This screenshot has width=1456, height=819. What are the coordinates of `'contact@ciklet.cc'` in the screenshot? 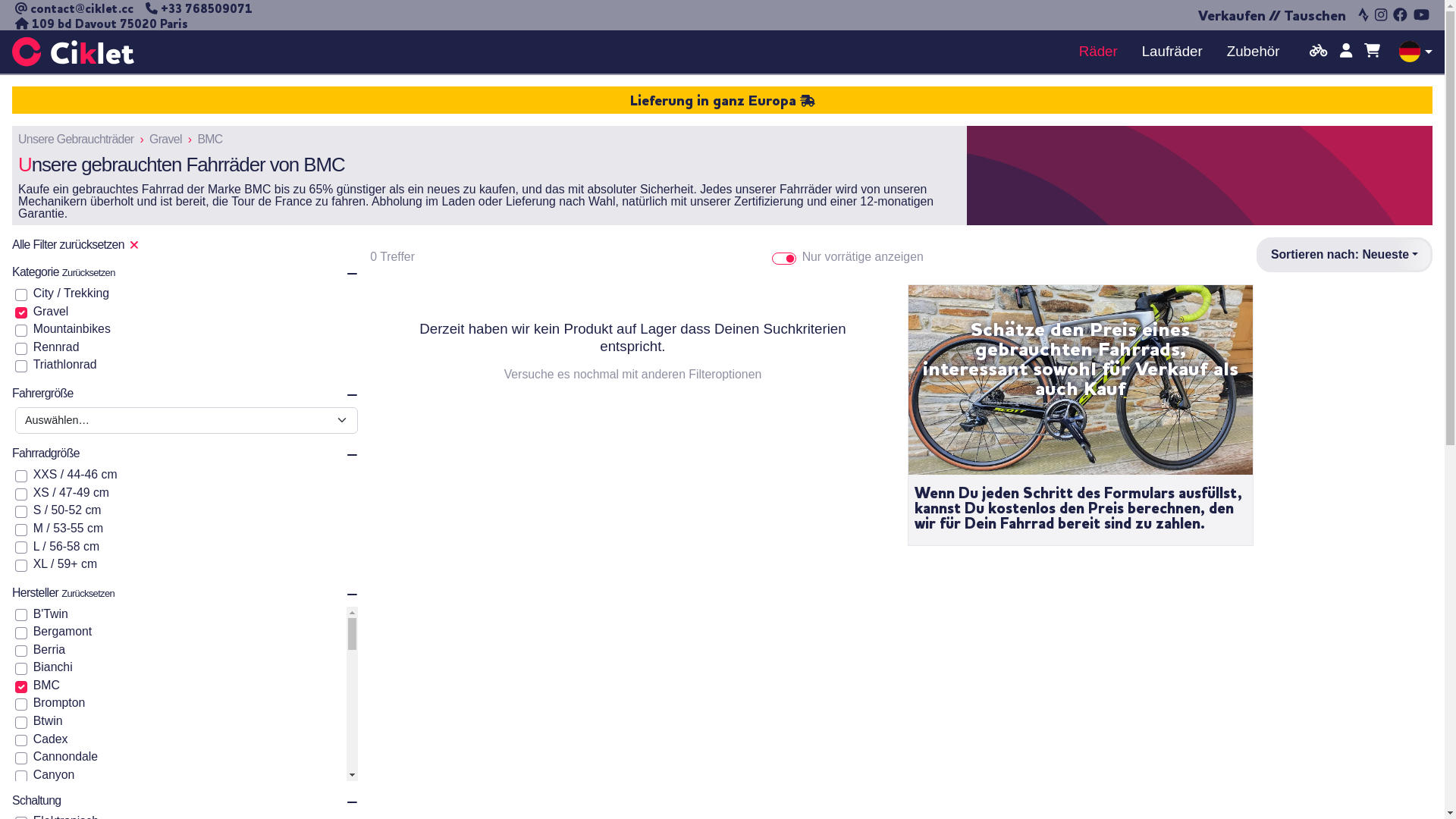 It's located at (73, 9).